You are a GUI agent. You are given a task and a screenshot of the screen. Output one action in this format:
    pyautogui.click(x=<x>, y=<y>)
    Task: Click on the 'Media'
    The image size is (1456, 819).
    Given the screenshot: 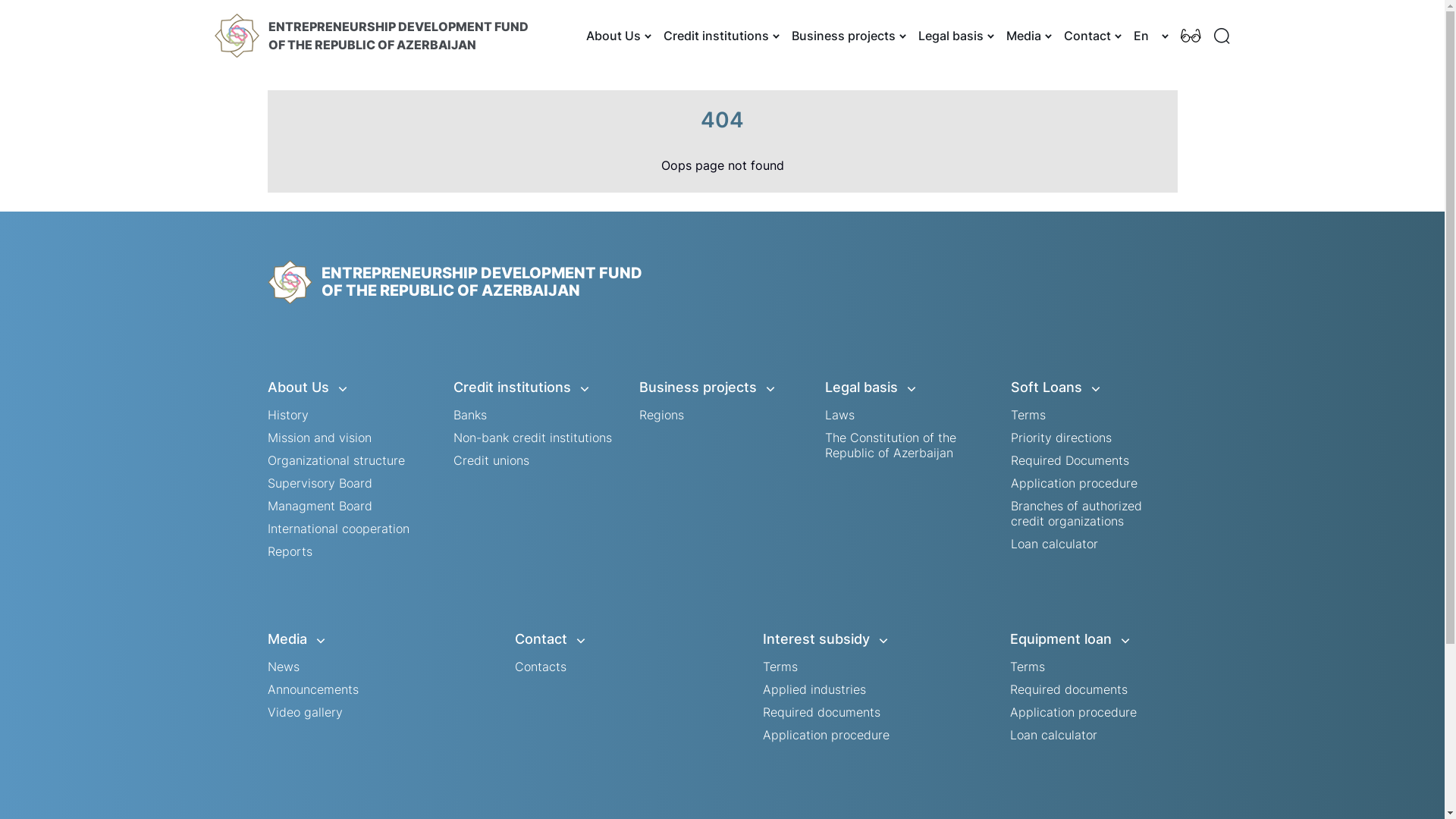 What is the action you would take?
    pyautogui.click(x=1026, y=34)
    